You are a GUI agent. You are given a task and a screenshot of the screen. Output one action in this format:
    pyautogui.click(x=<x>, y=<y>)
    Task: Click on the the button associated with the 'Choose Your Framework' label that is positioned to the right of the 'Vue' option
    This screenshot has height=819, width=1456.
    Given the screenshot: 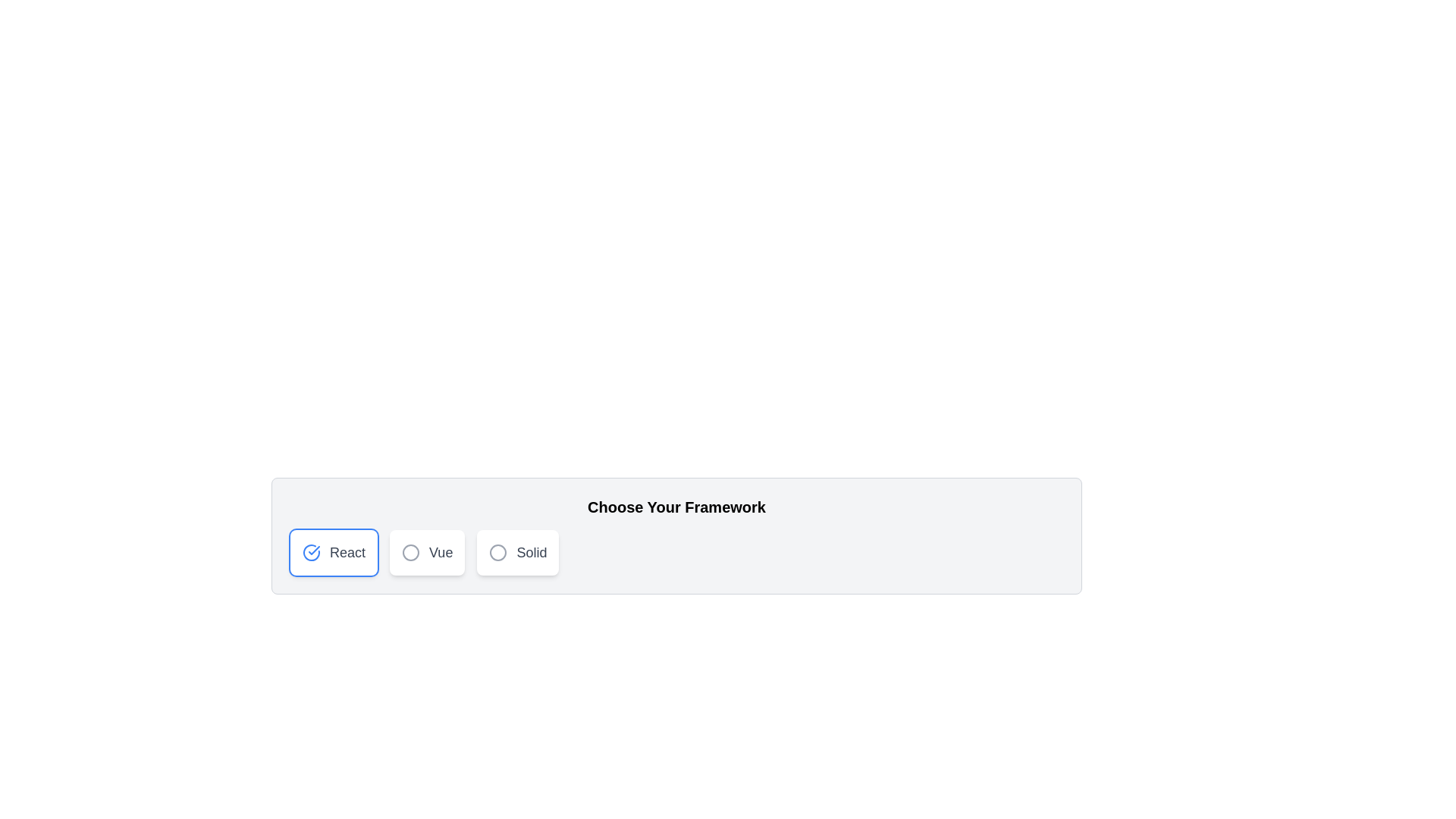 What is the action you would take?
    pyautogui.click(x=532, y=553)
    